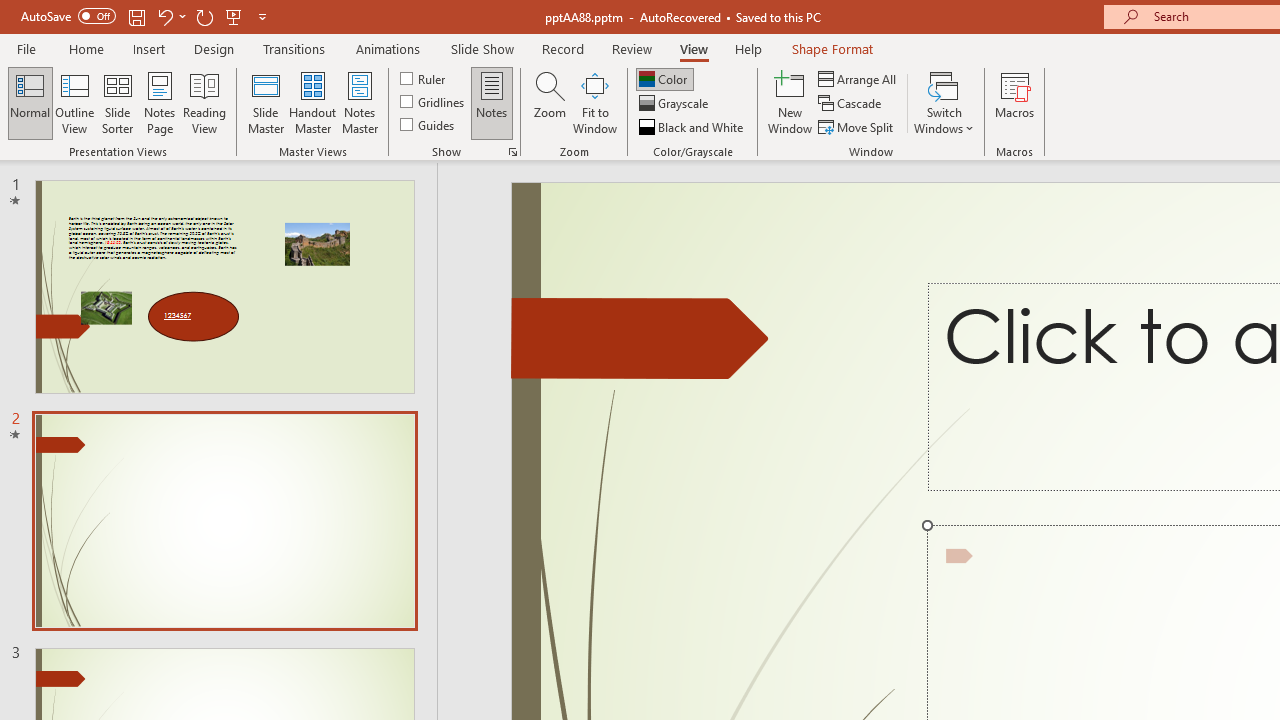 This screenshot has height=720, width=1280. Describe the element at coordinates (432, 101) in the screenshot. I see `'Gridlines'` at that location.